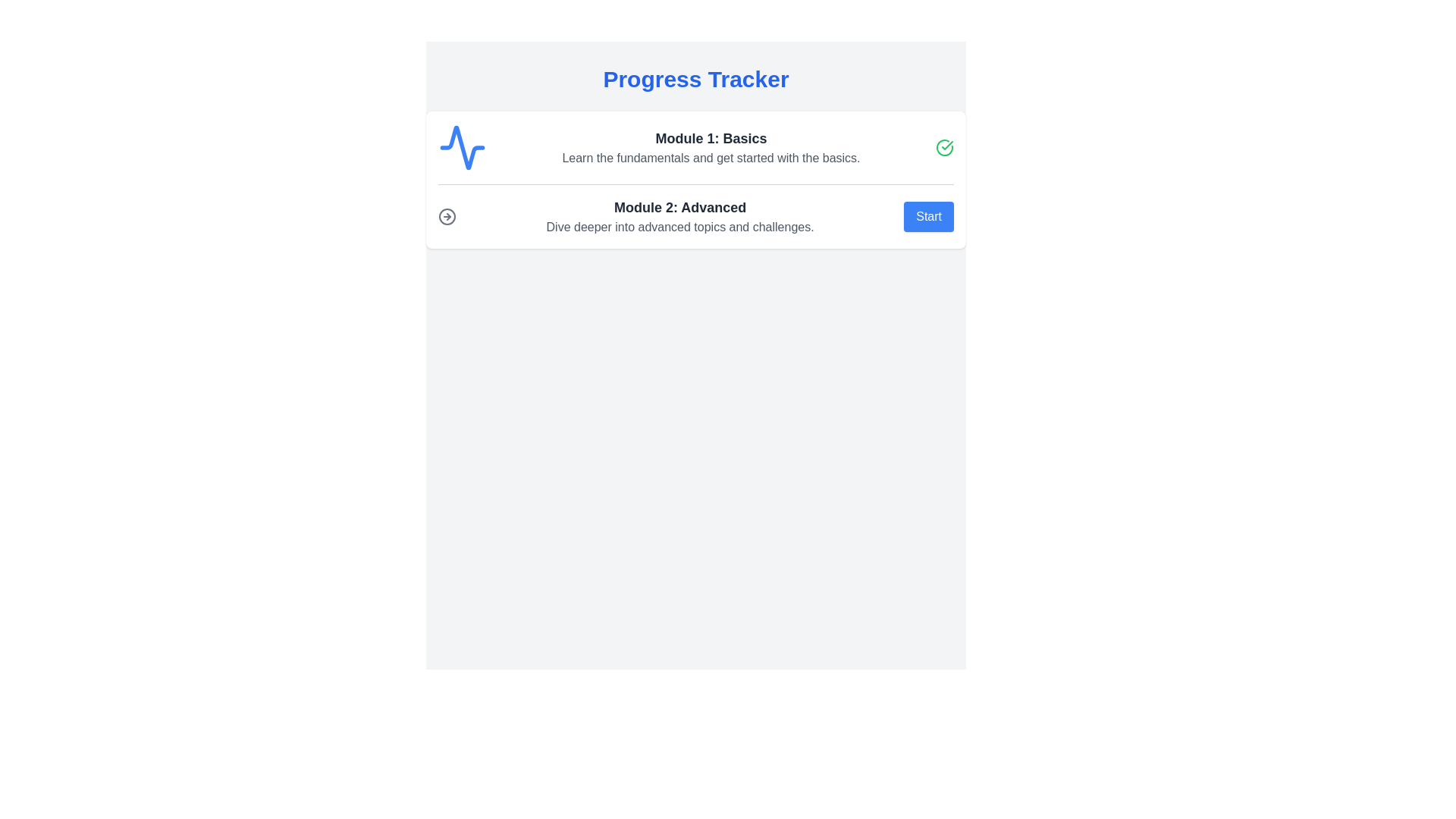  Describe the element at coordinates (710, 148) in the screenshot. I see `the textual component displaying 'Module 1: Basics' and its description, which is centrally aligned and located to the center-right of a blue waveform icon and adjacent to a checkmark icon` at that location.